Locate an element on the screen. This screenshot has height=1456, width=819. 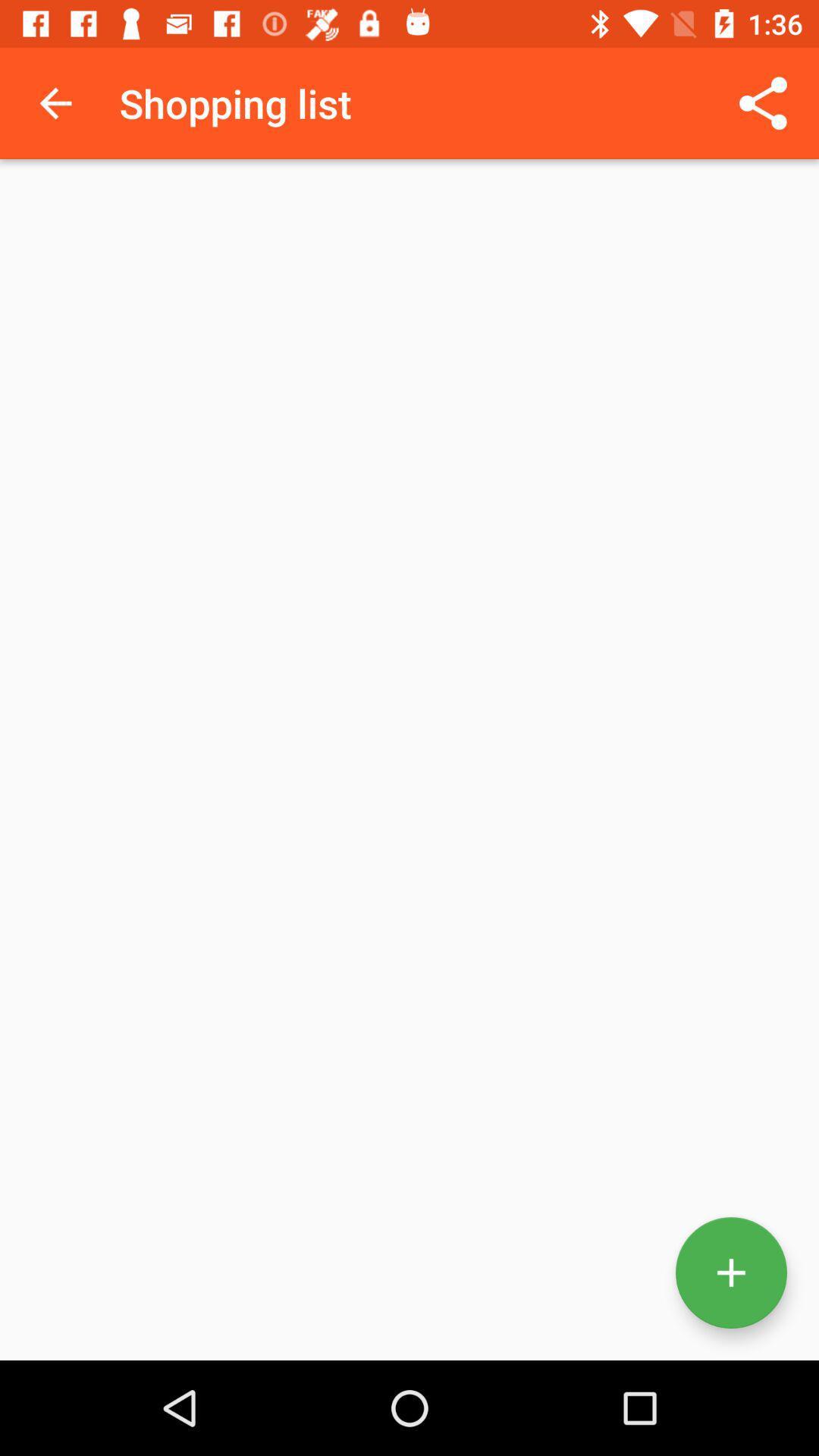
more items is located at coordinates (730, 1272).